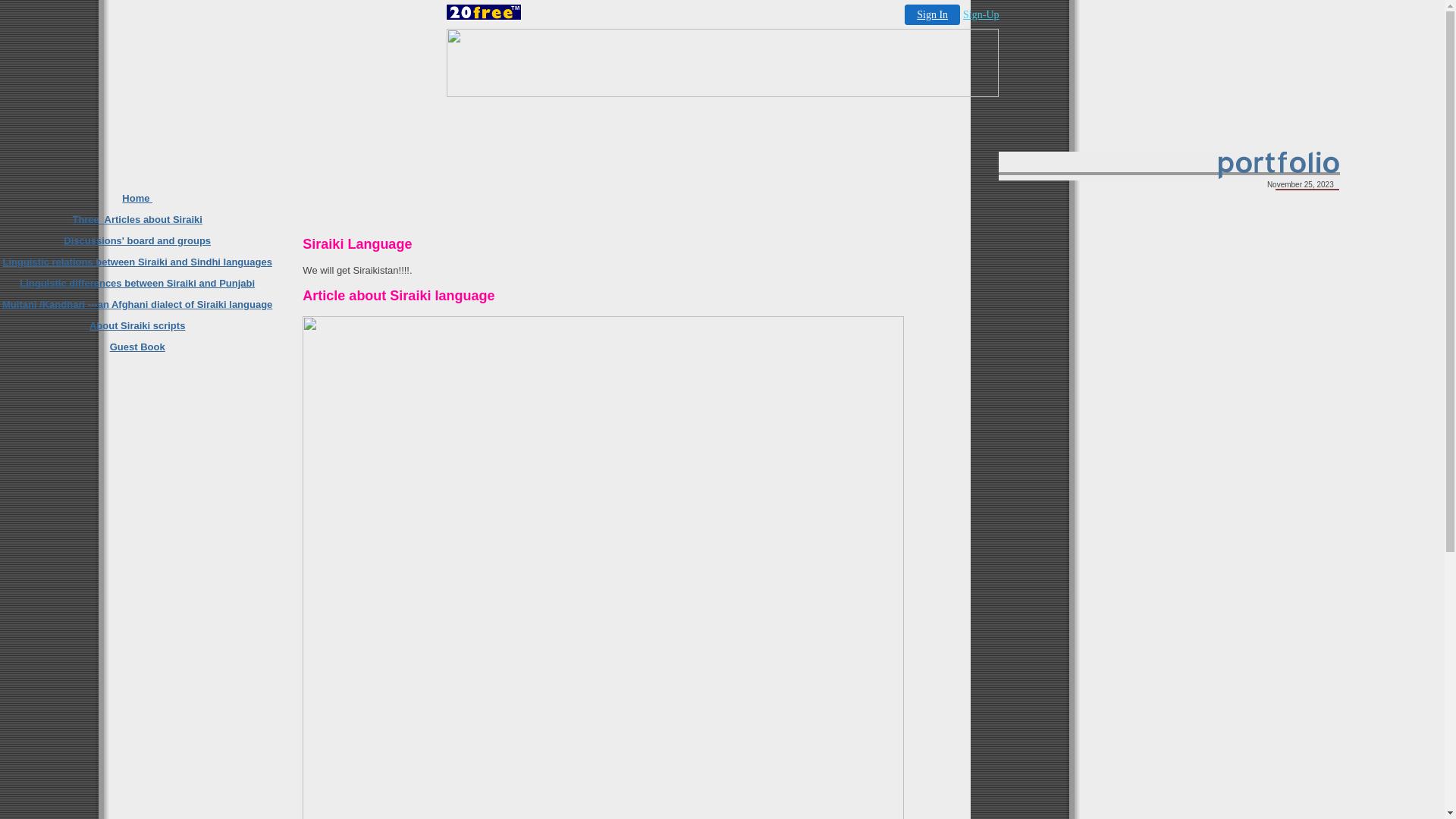  What do you see at coordinates (108, 347) in the screenshot?
I see `'Guest Book'` at bounding box center [108, 347].